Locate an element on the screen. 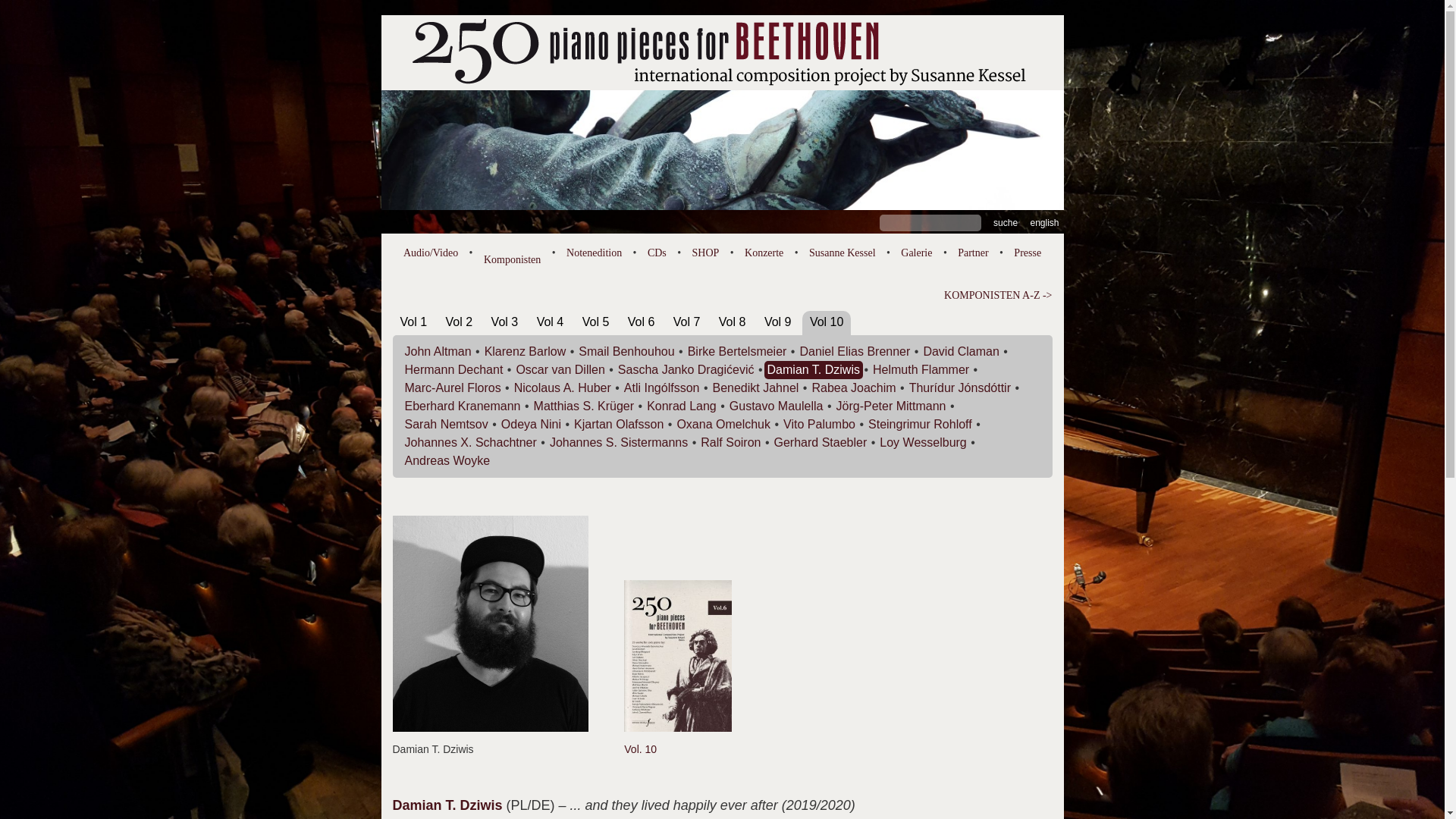  'Suche' is located at coordinates (1005, 222).